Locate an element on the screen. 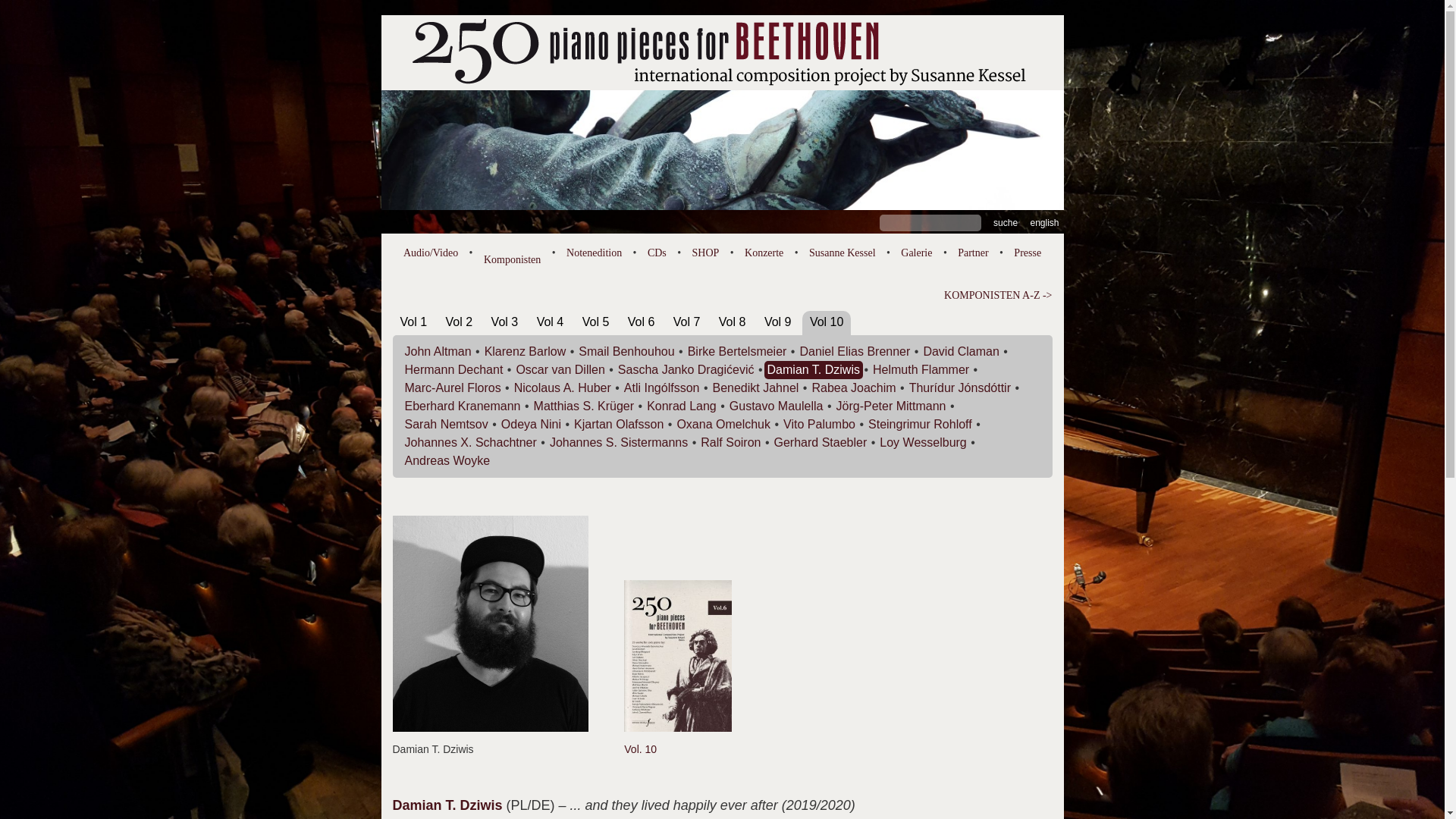  'Suche' is located at coordinates (1005, 222).